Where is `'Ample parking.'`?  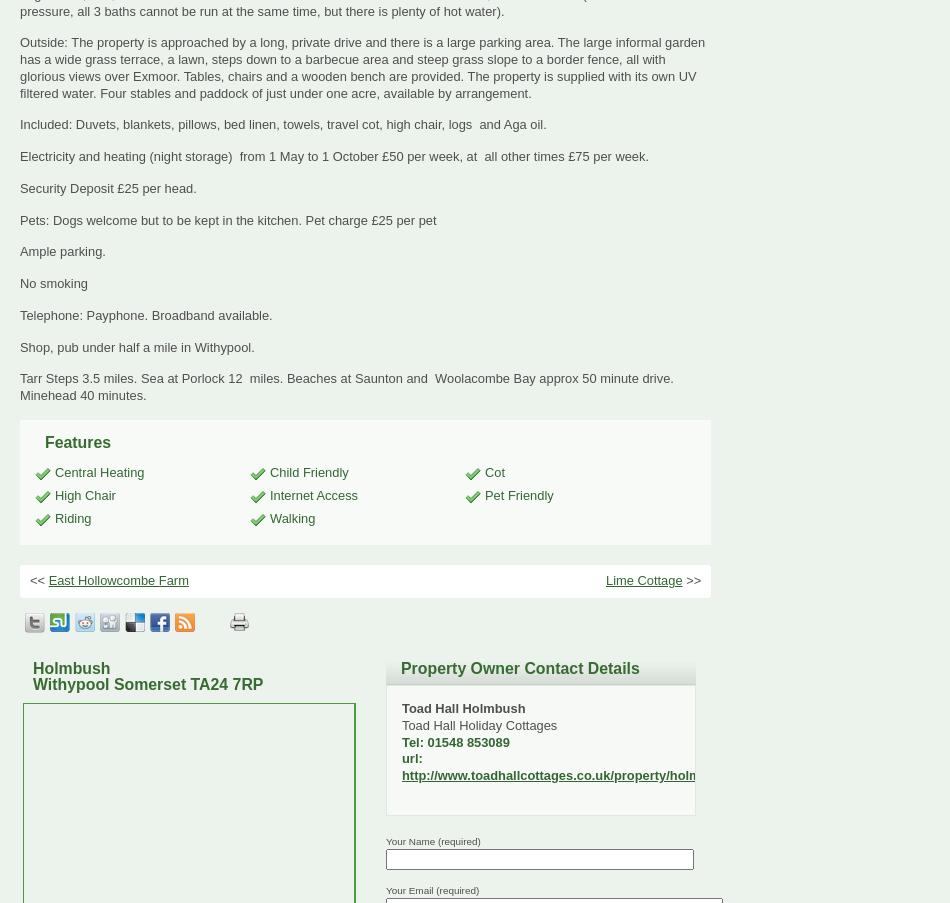 'Ample parking.' is located at coordinates (62, 251).